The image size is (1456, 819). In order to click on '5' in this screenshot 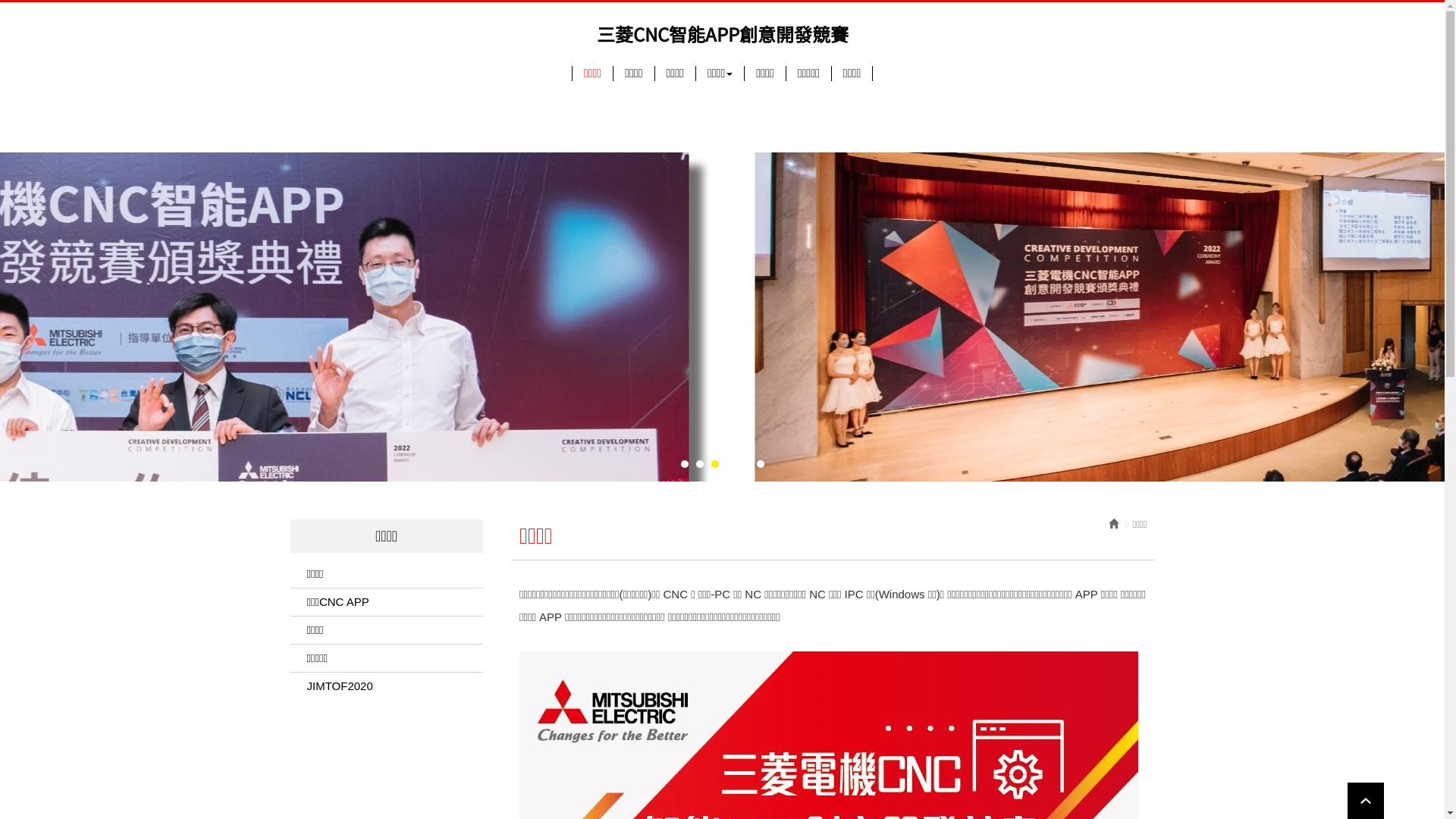, I will do `click(745, 462)`.